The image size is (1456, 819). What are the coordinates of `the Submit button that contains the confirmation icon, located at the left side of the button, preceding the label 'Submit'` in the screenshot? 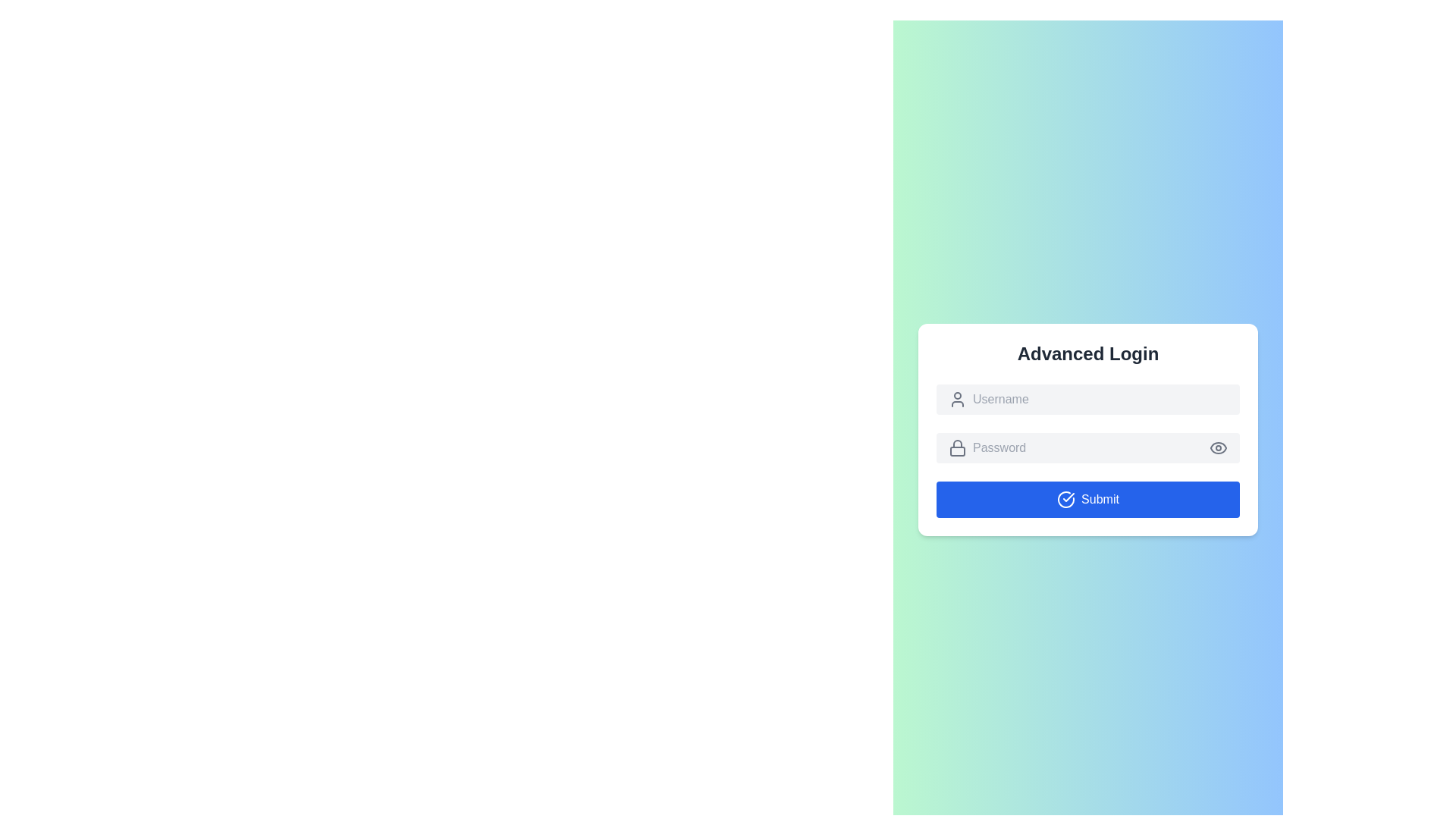 It's located at (1065, 500).